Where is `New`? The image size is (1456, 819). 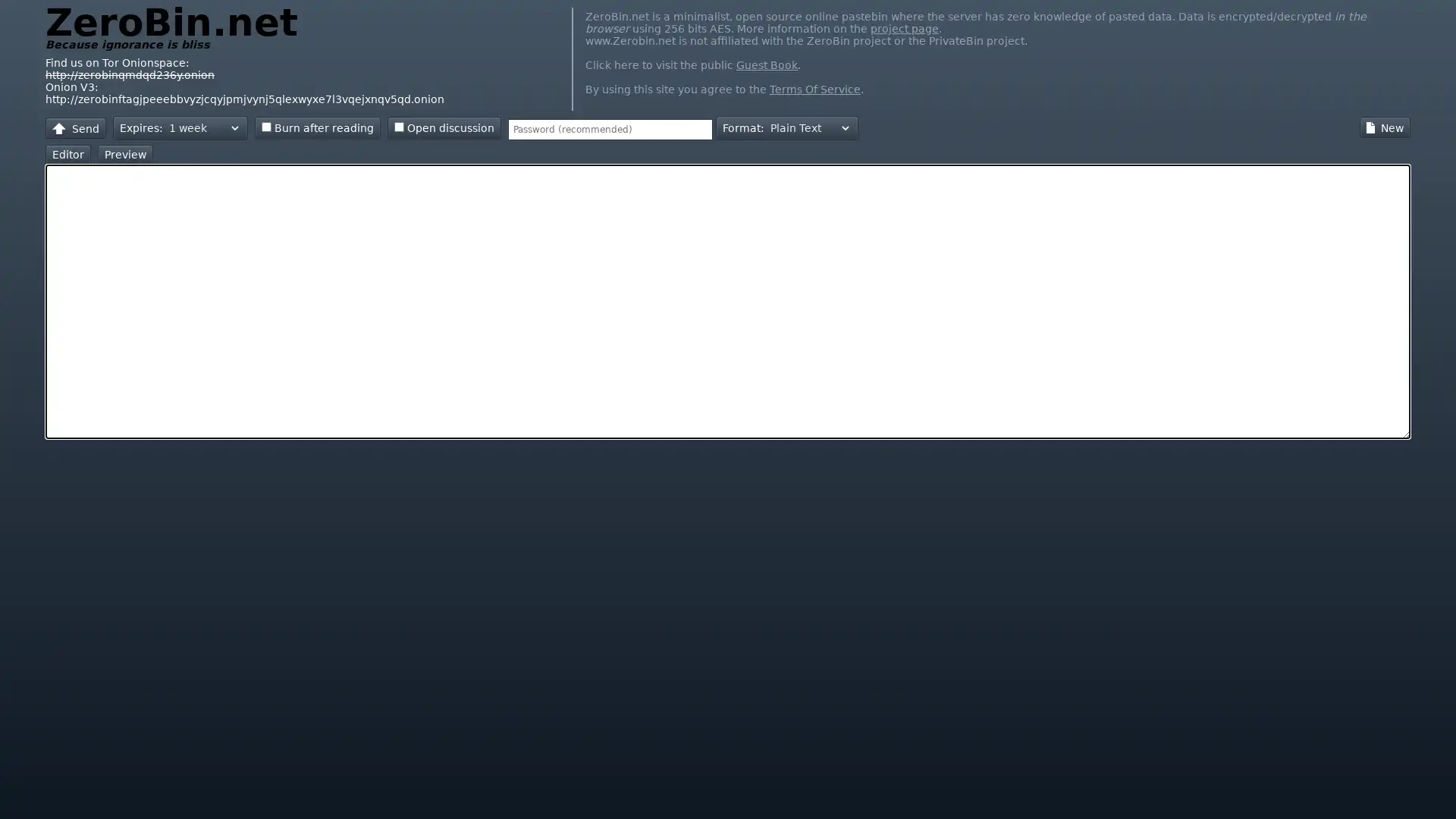 New is located at coordinates (1385, 127).